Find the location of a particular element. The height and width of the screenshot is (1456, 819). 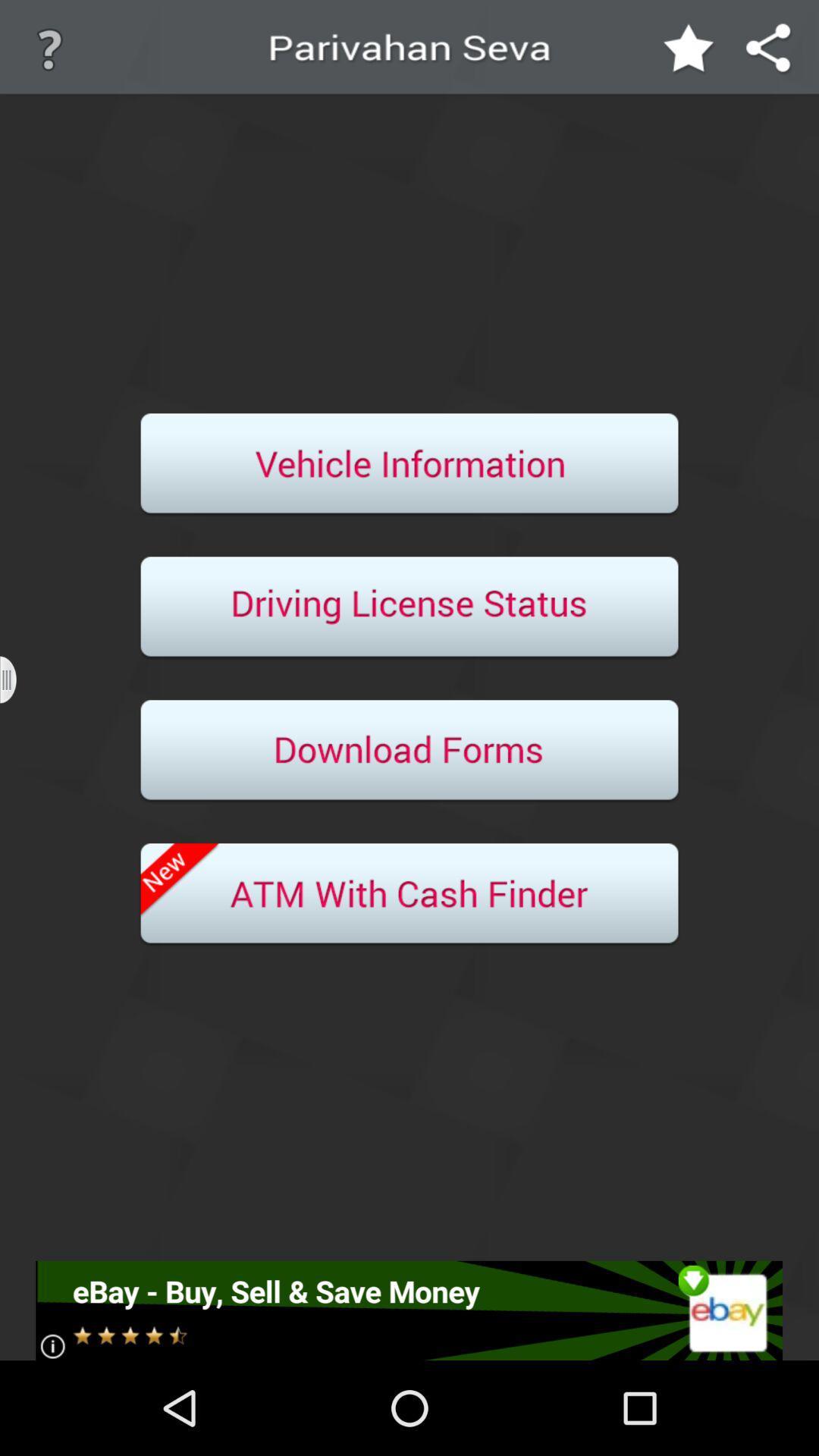

advertisement option is located at coordinates (408, 1310).